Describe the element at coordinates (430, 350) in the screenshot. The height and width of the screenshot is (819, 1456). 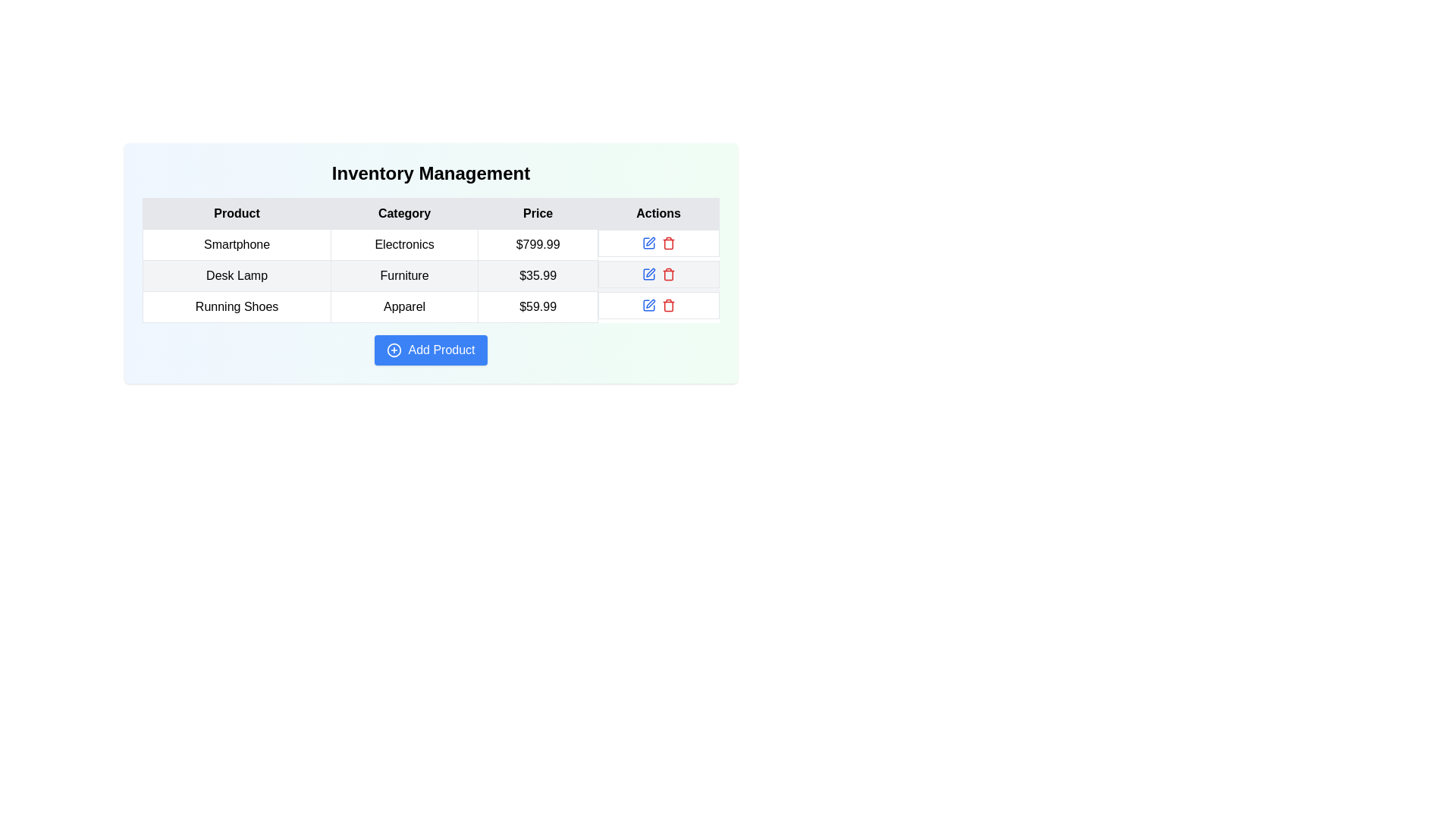
I see `the blue button labeled 'Add Product' with a circular plus sign icon, positioned below the inventory items table` at that location.